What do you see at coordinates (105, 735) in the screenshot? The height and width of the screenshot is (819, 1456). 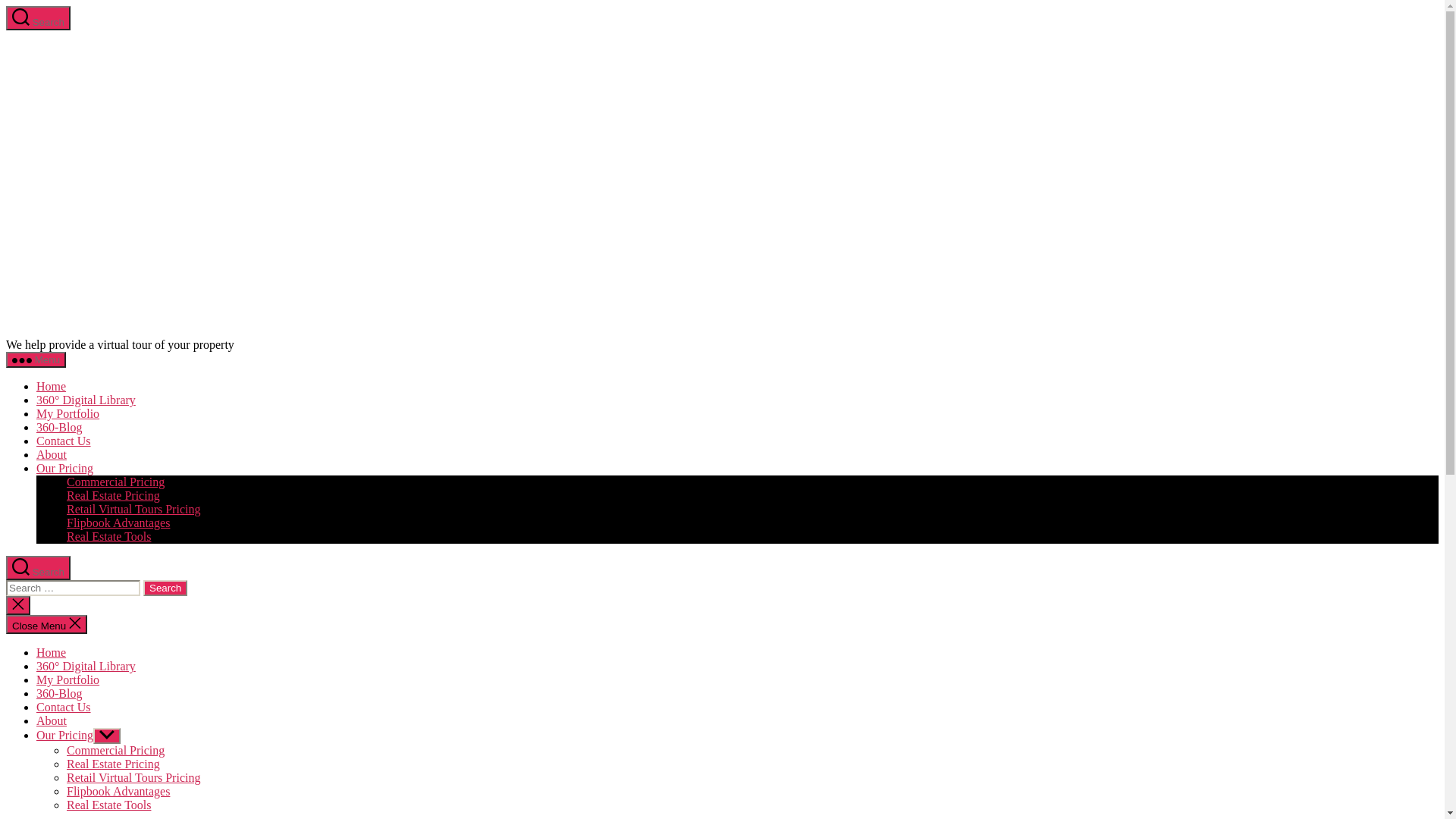 I see `'Show sub menu'` at bounding box center [105, 735].